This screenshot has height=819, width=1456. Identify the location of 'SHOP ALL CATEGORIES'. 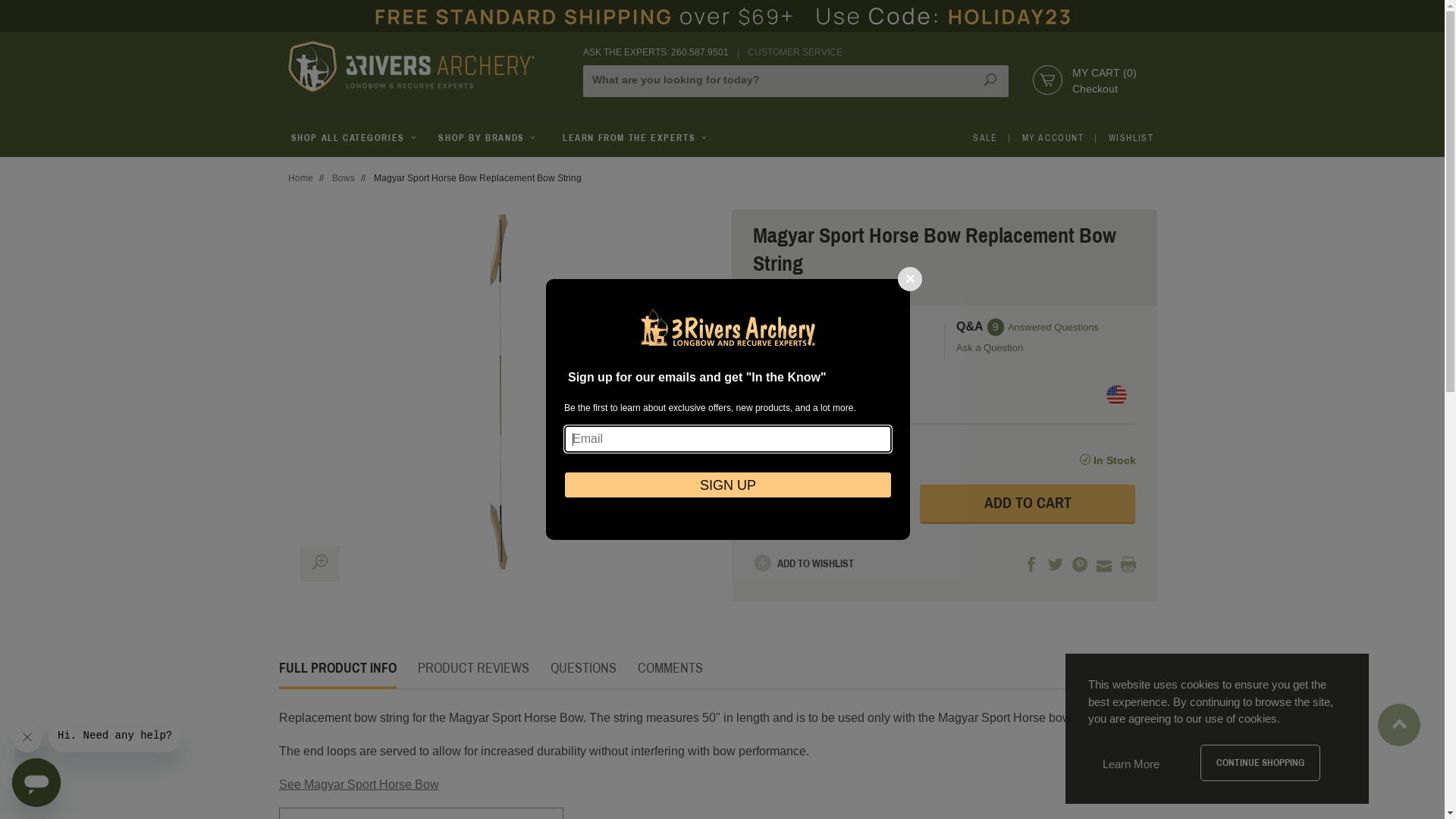
(279, 138).